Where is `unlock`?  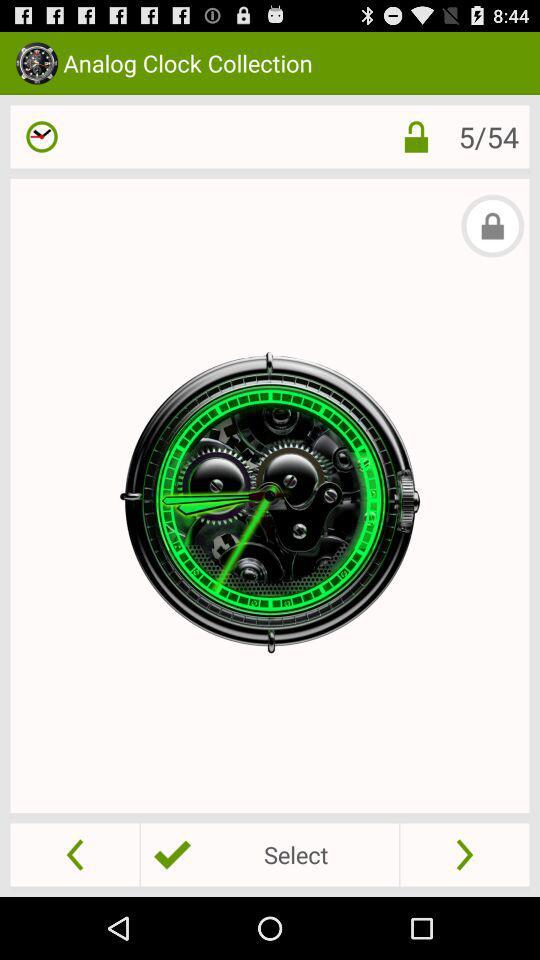
unlock is located at coordinates (415, 135).